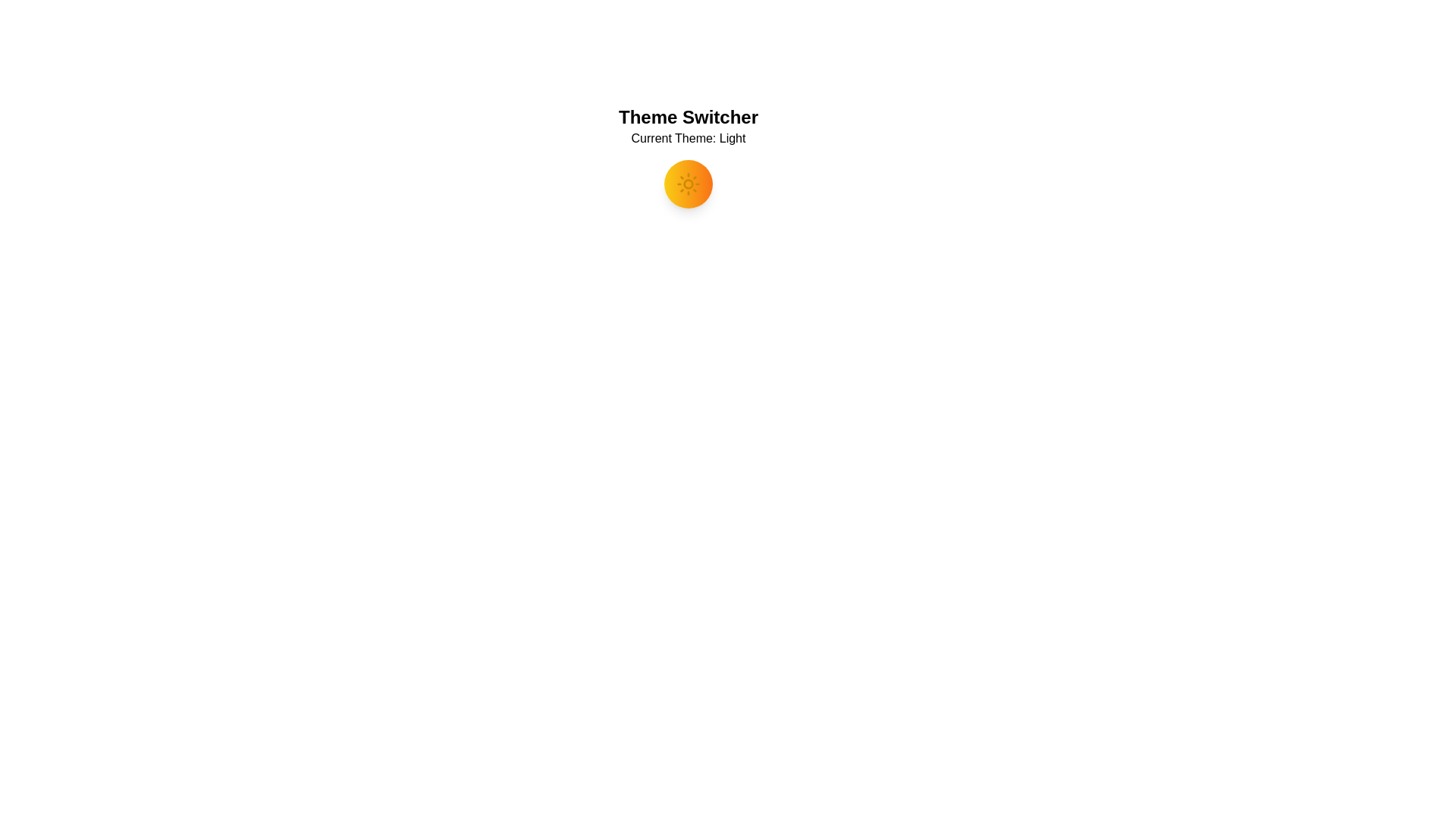 Image resolution: width=1456 pixels, height=819 pixels. I want to click on button to toggle the theme, so click(687, 184).